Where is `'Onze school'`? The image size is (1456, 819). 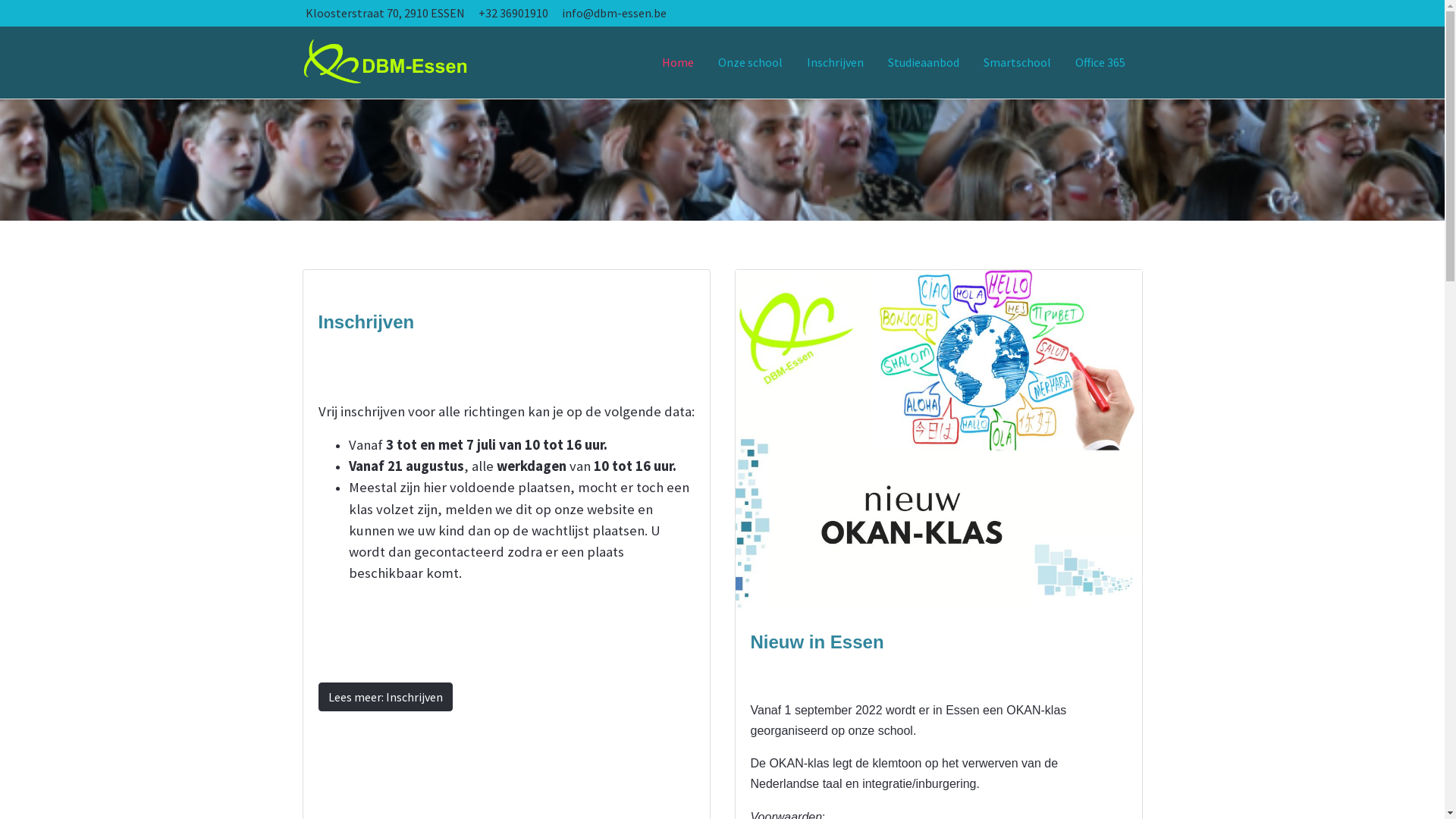
'Onze school' is located at coordinates (749, 61).